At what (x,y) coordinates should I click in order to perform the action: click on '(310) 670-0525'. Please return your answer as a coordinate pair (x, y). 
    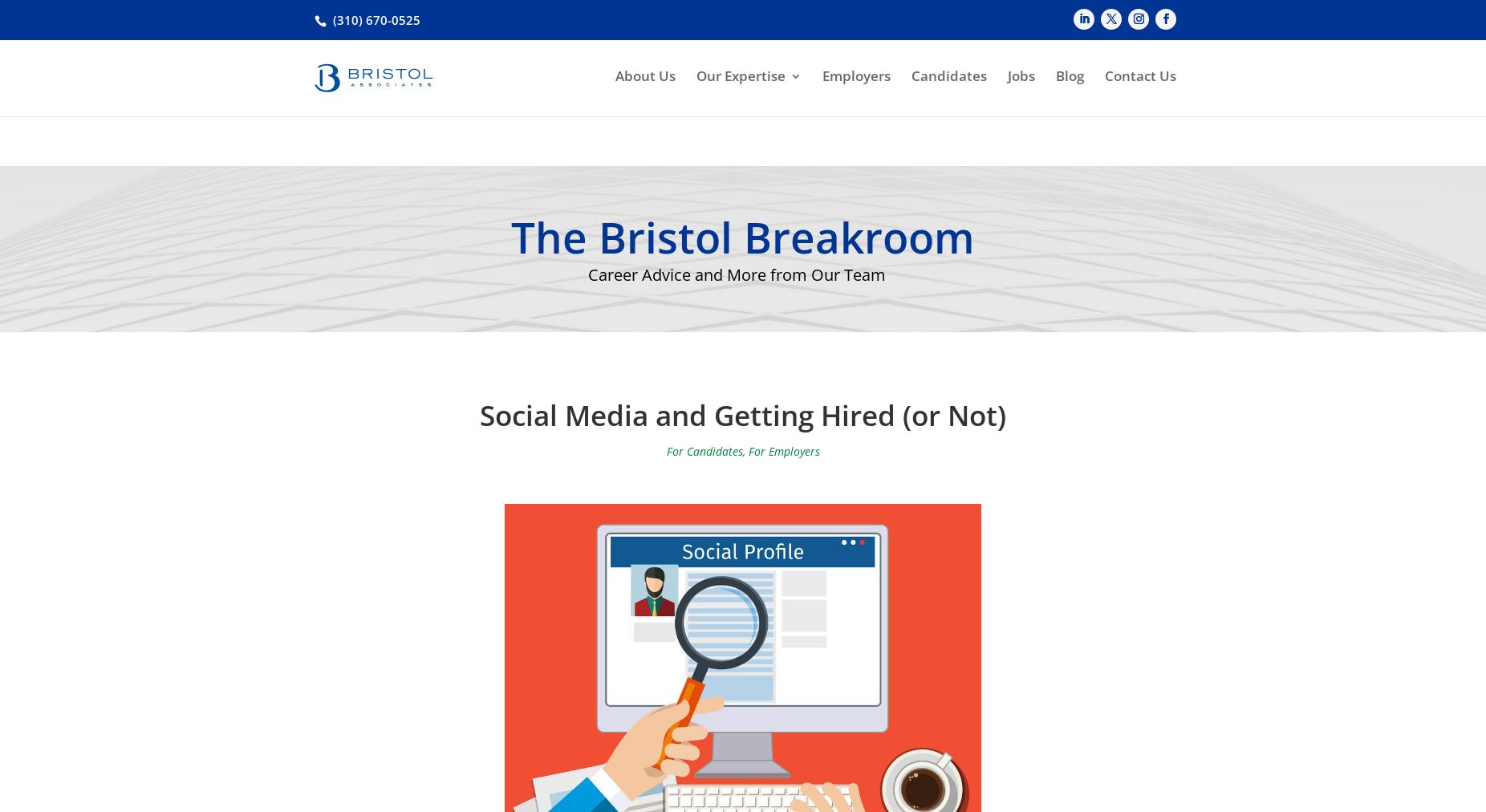
    Looking at the image, I should click on (333, 18).